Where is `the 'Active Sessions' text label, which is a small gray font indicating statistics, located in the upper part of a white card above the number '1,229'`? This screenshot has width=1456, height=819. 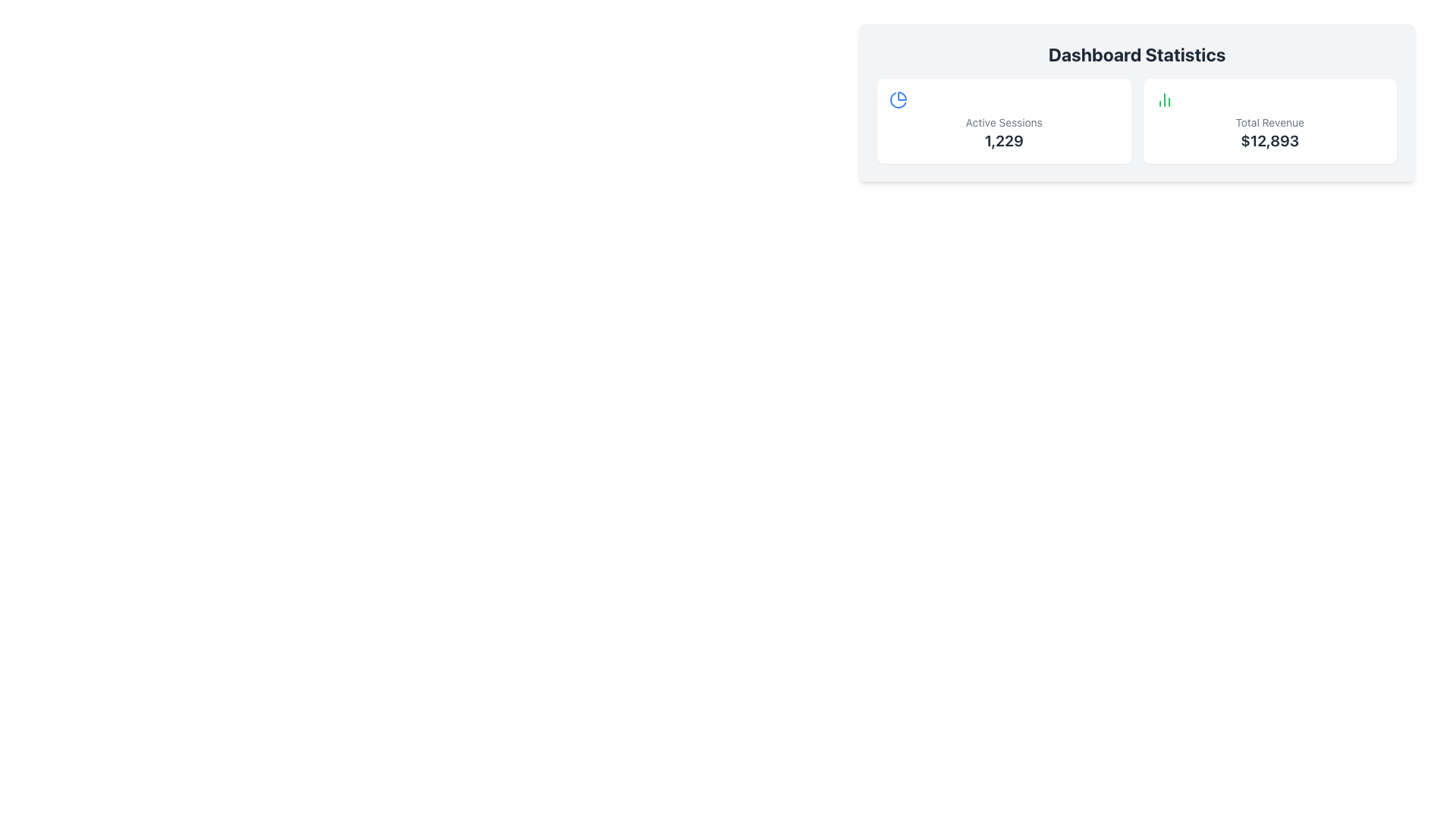 the 'Active Sessions' text label, which is a small gray font indicating statistics, located in the upper part of a white card above the number '1,229' is located at coordinates (1004, 122).